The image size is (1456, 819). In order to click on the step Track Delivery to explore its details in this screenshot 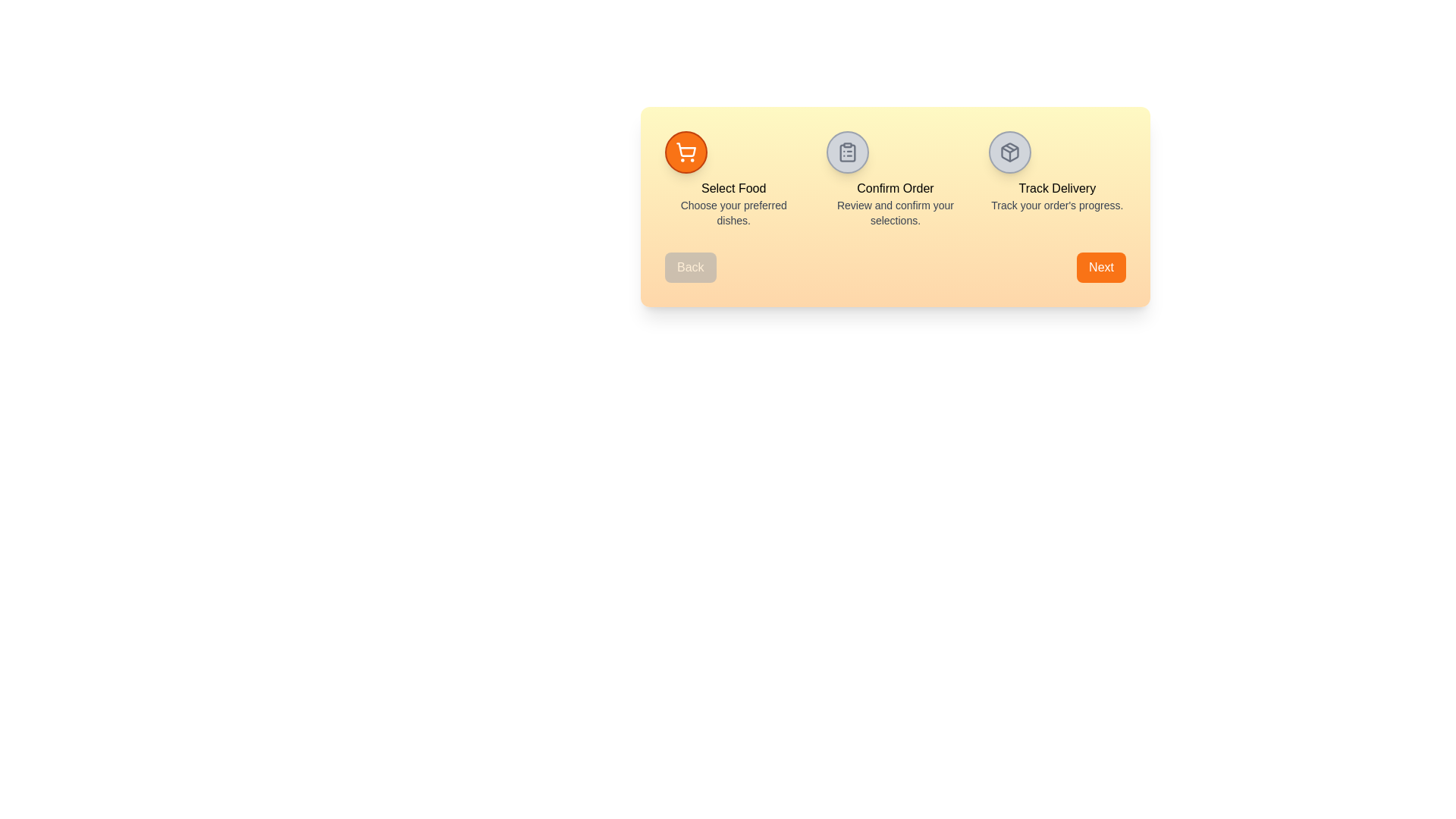, I will do `click(1009, 152)`.